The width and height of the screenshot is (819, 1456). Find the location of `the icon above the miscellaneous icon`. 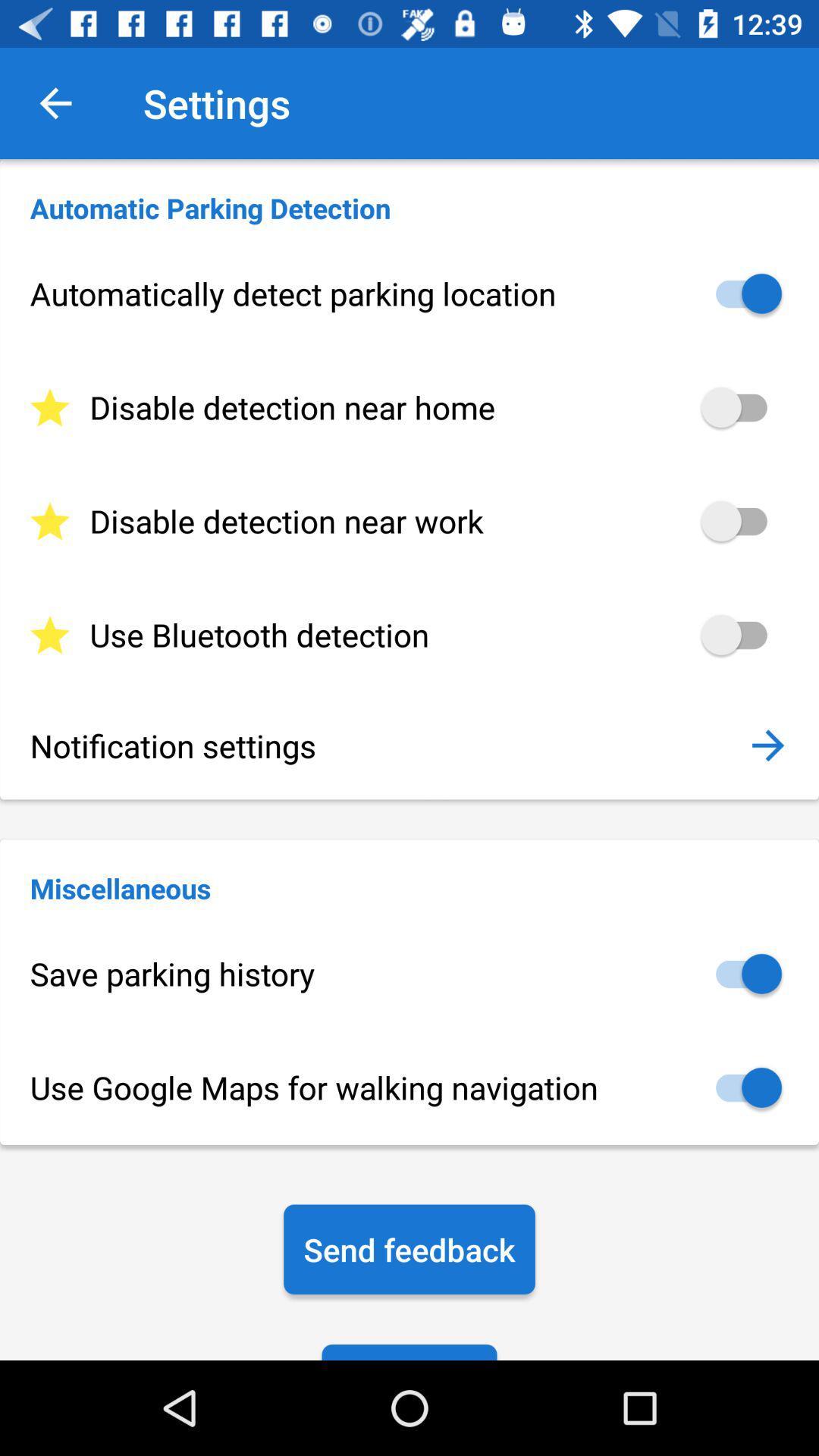

the icon above the miscellaneous icon is located at coordinates (767, 745).